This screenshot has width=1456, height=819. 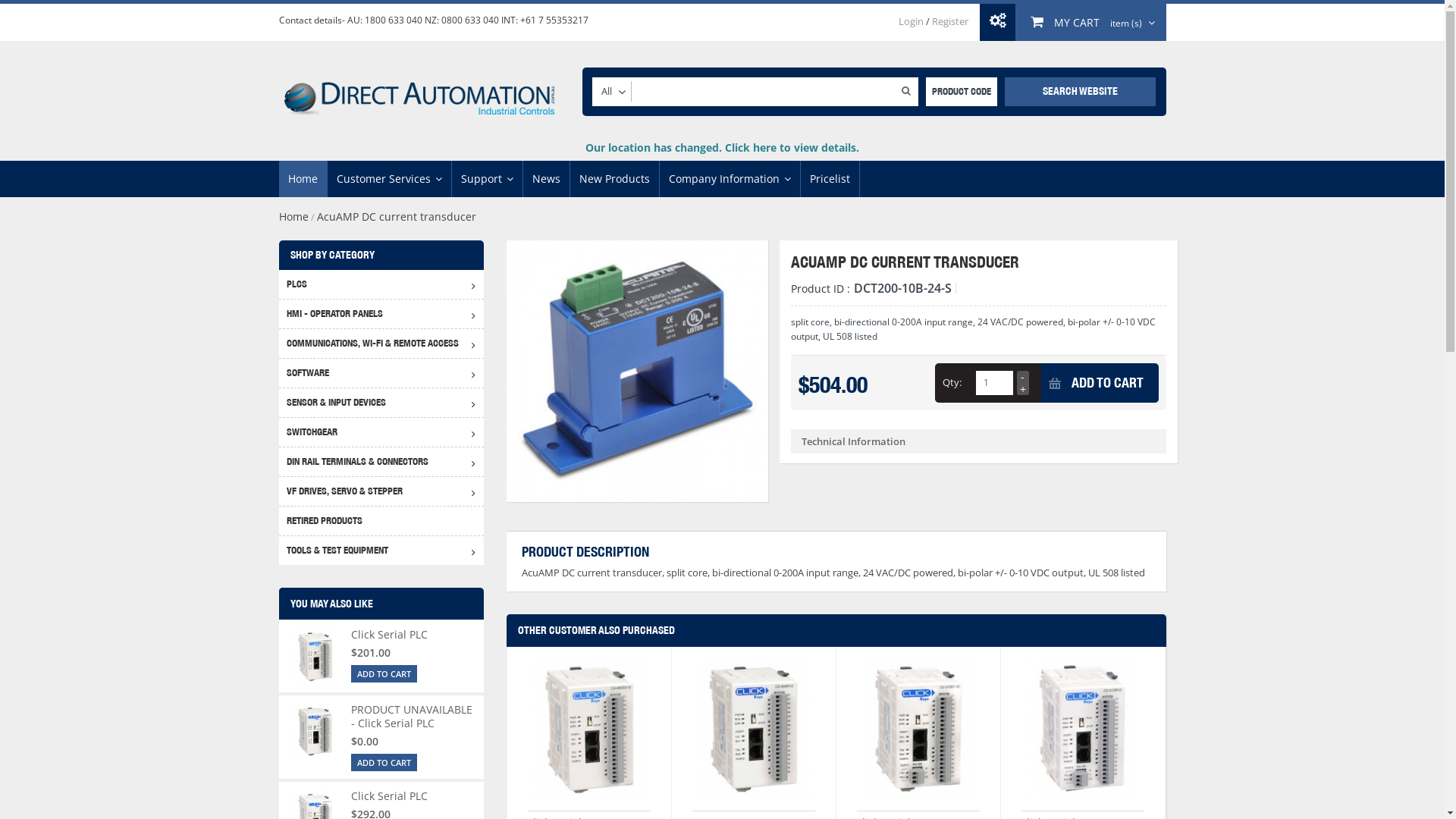 What do you see at coordinates (546, 177) in the screenshot?
I see `'News'` at bounding box center [546, 177].